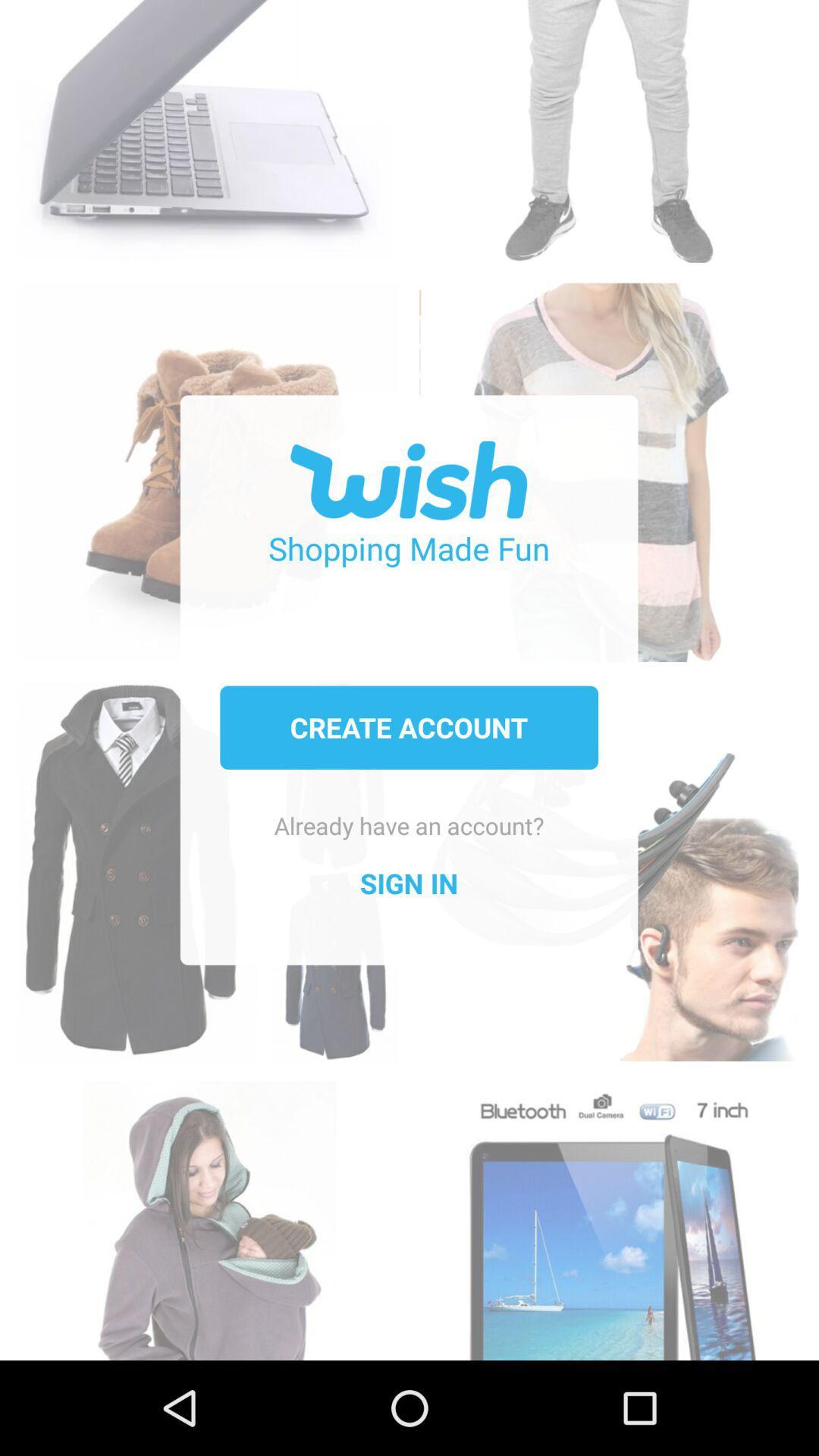  Describe the element at coordinates (607, 123) in the screenshot. I see `men 's pants` at that location.